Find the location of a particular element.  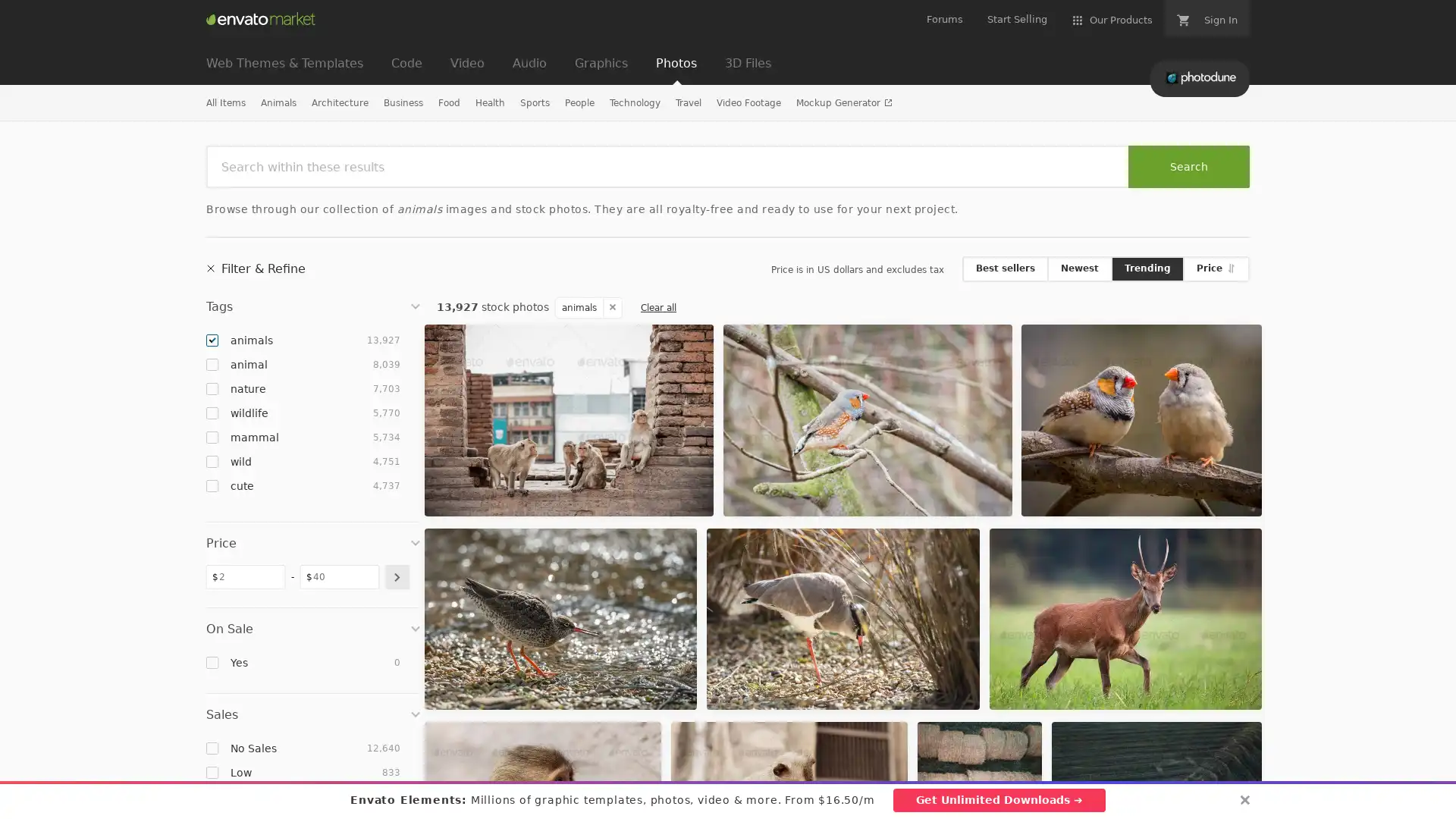

Add to Favorites is located at coordinates (1241, 739).